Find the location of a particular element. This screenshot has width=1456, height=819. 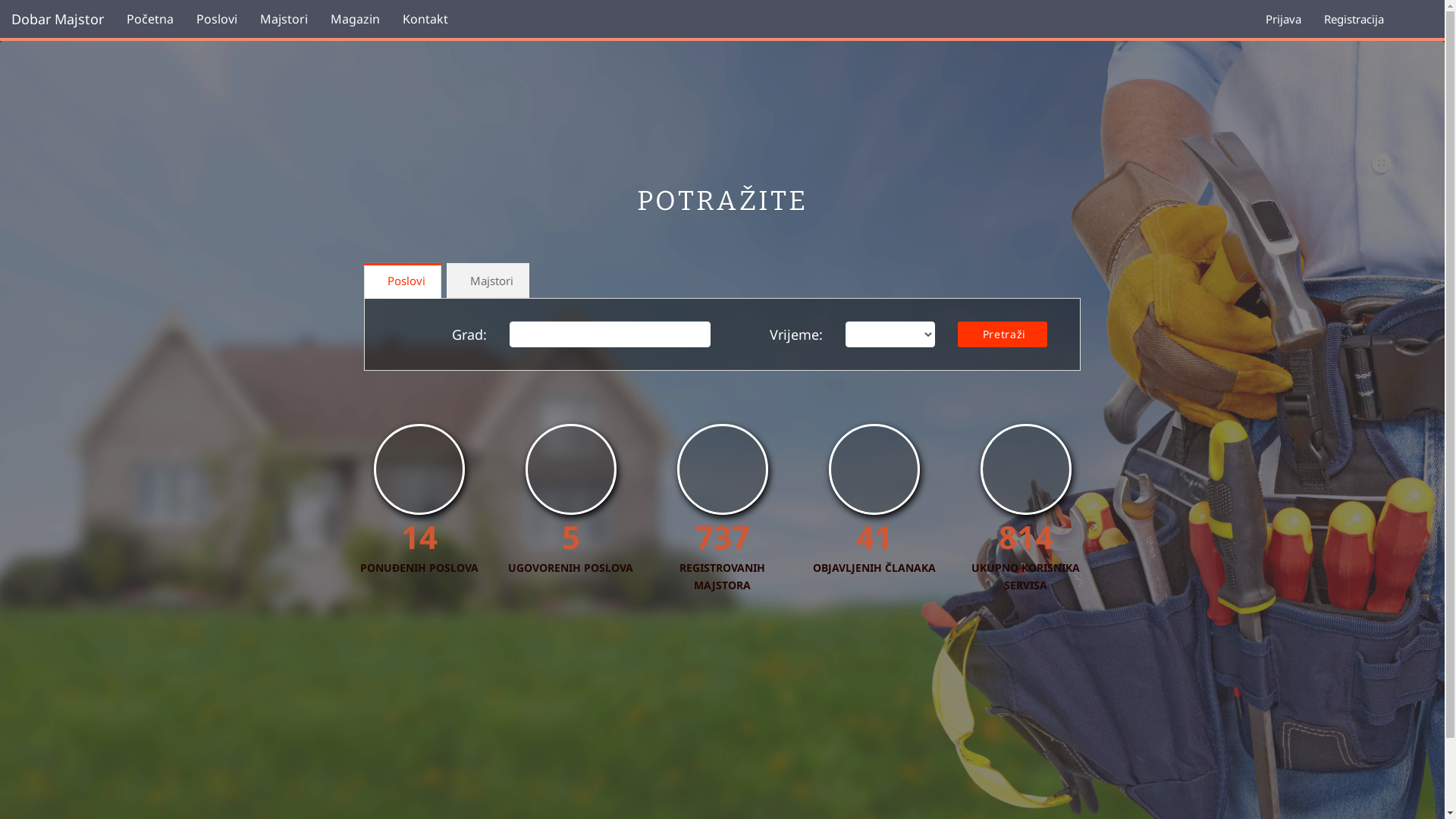

'Magazin' is located at coordinates (354, 18).